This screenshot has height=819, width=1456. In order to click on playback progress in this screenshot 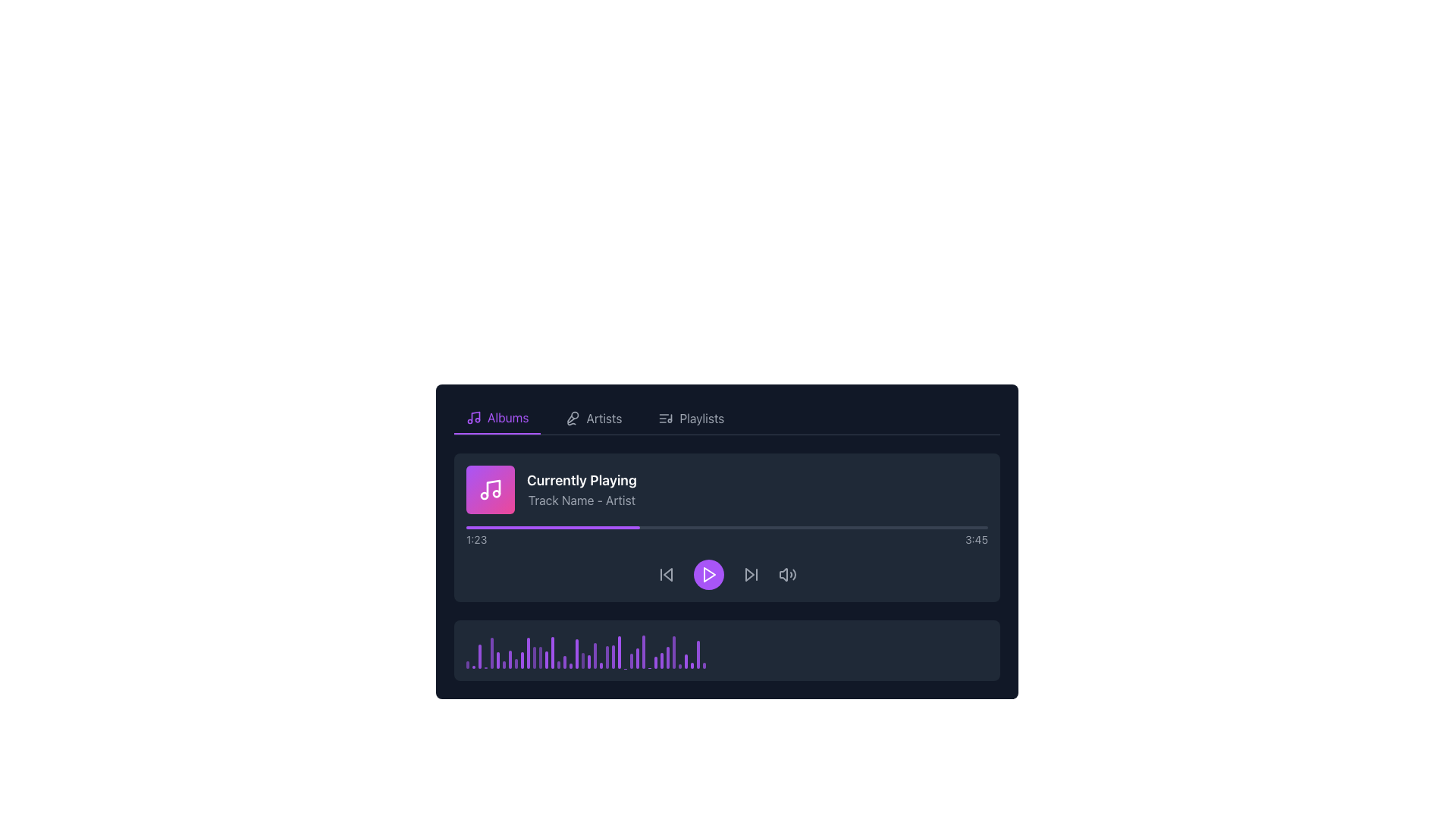, I will do `click(779, 526)`.